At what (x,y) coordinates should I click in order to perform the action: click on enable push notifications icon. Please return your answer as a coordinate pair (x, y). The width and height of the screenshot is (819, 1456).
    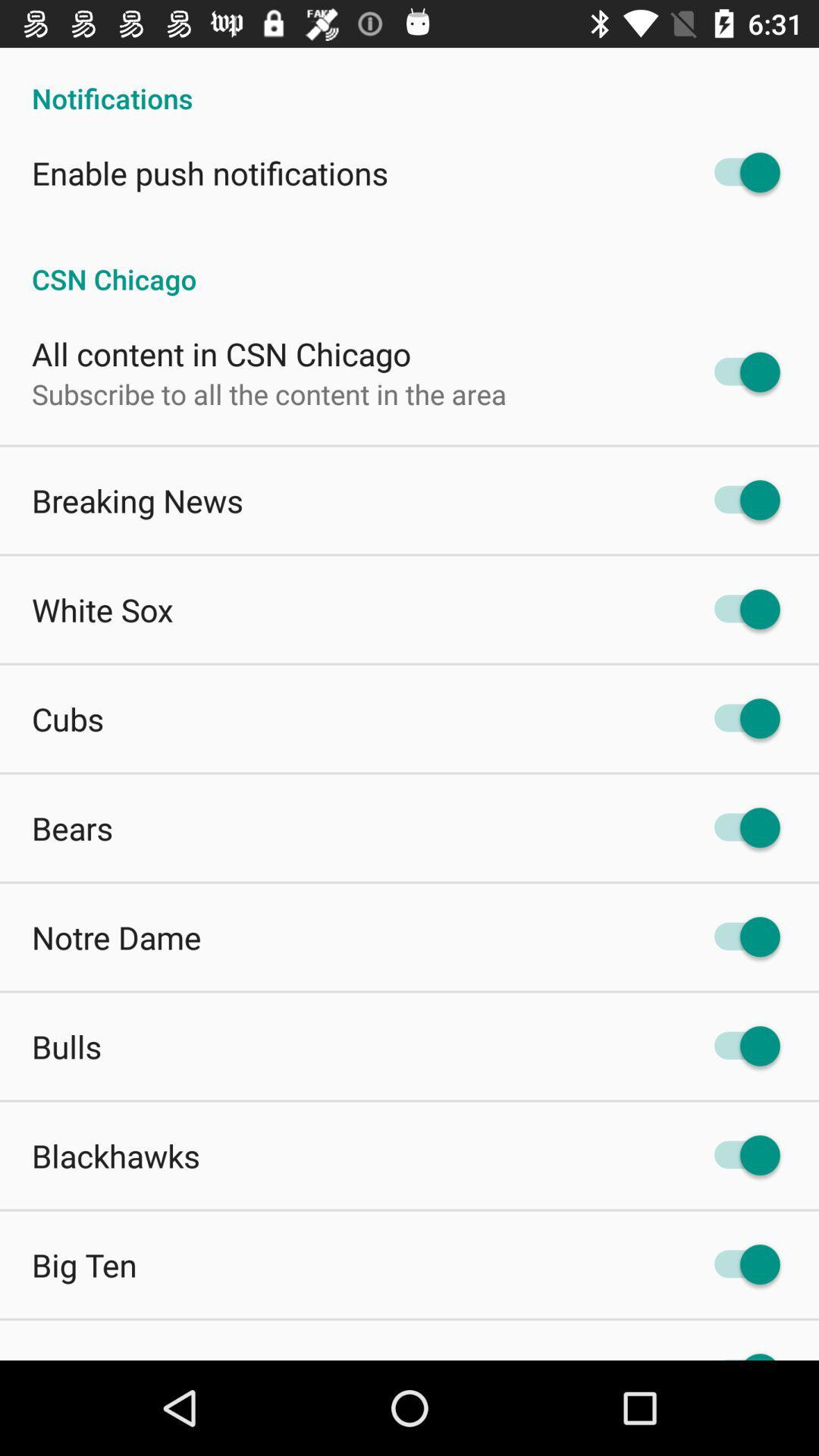
    Looking at the image, I should click on (210, 173).